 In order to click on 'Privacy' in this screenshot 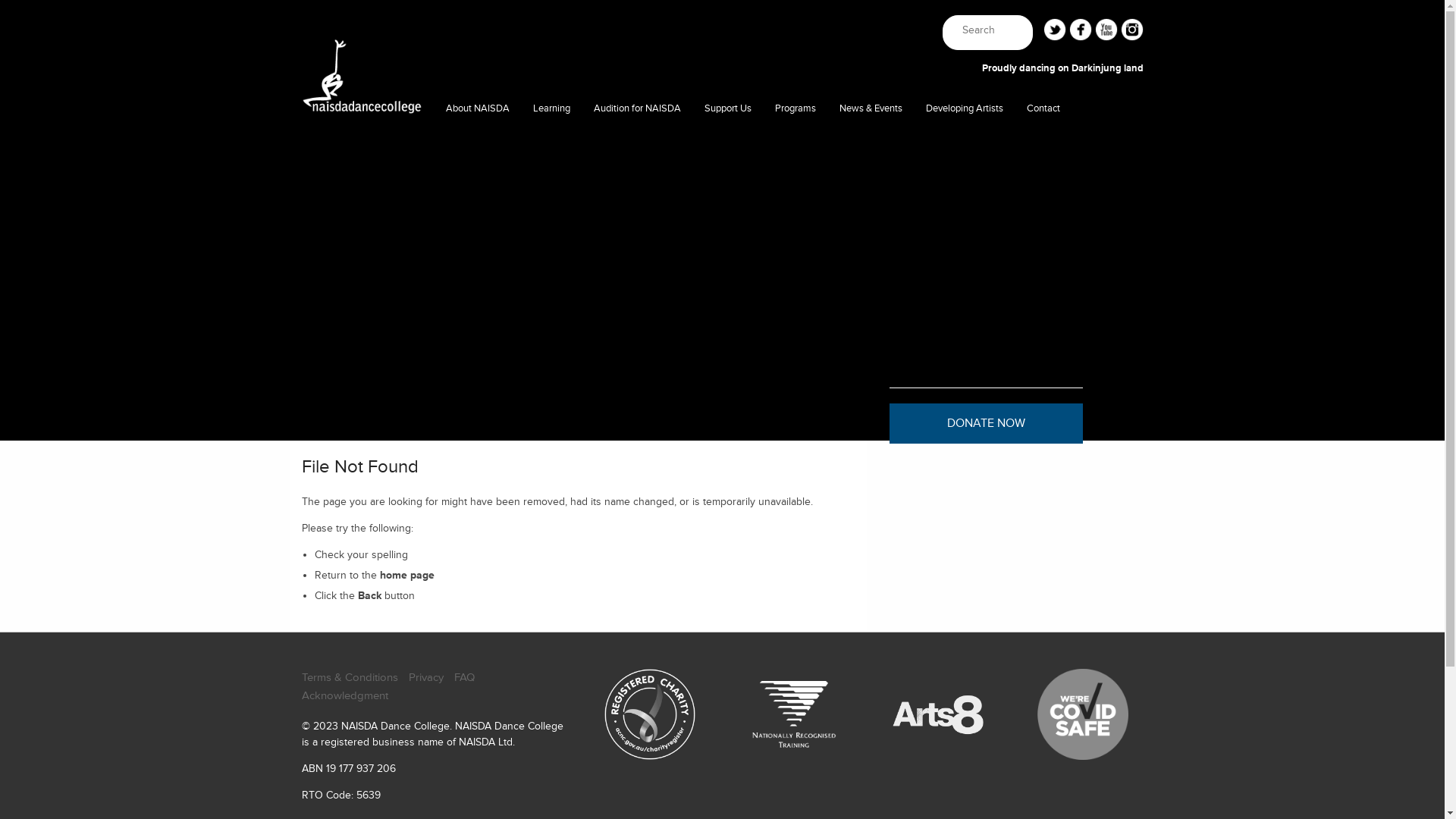, I will do `click(425, 677)`.